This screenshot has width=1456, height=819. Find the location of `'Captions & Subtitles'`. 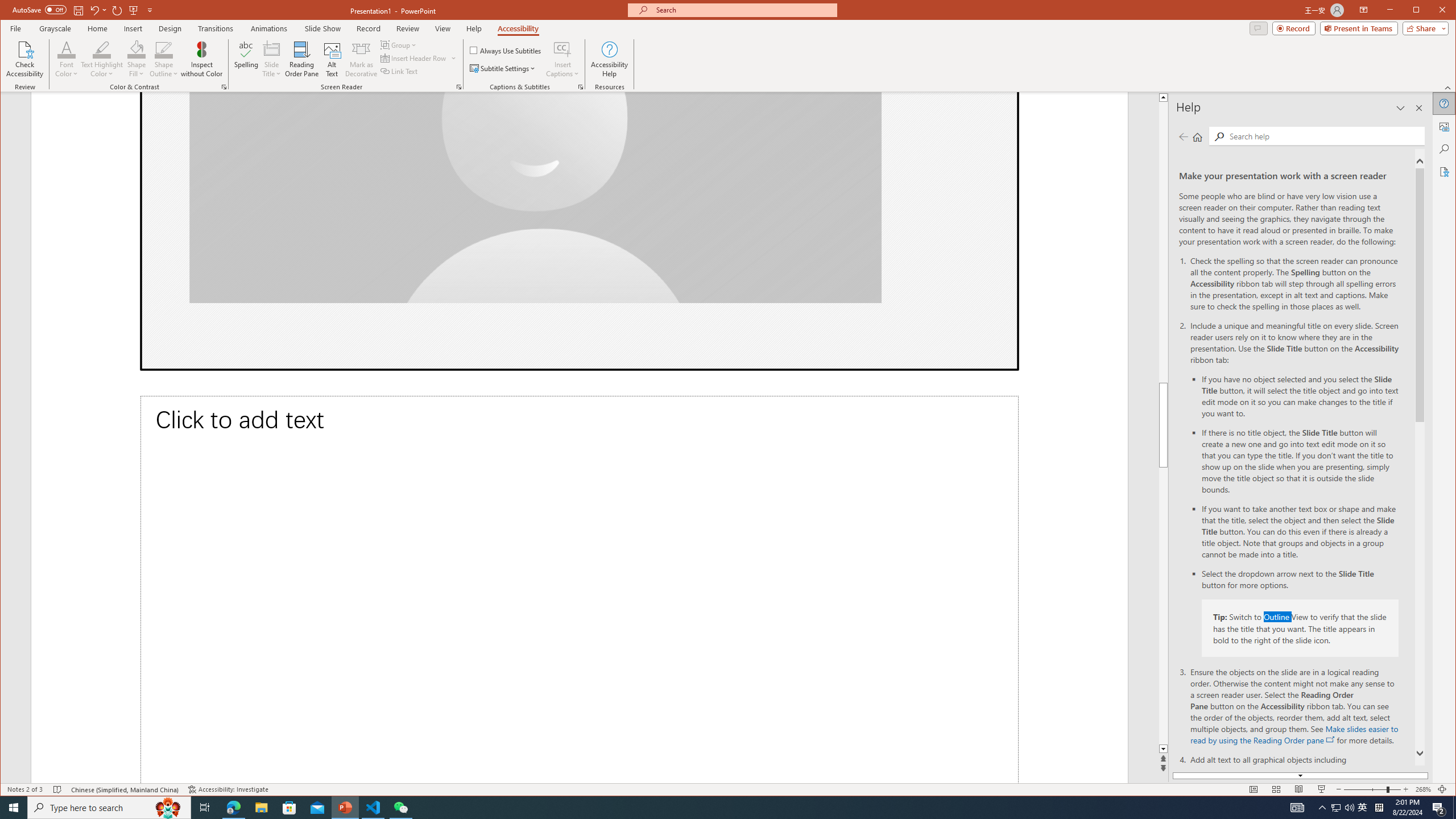

'Captions & Subtitles' is located at coordinates (580, 87).